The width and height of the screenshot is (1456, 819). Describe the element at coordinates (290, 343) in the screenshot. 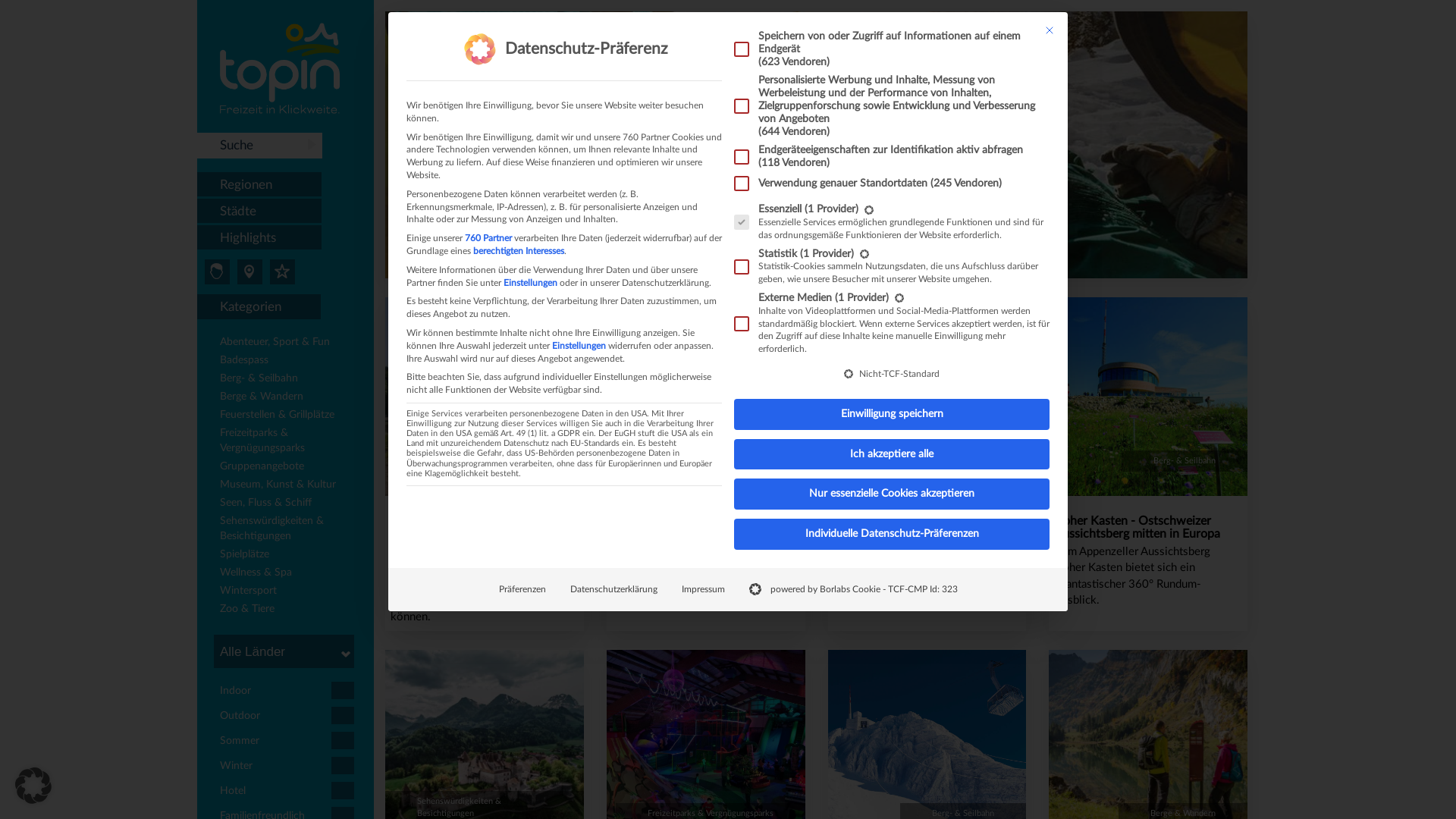

I see `'Abenteuer, Sport & Fun'` at that location.